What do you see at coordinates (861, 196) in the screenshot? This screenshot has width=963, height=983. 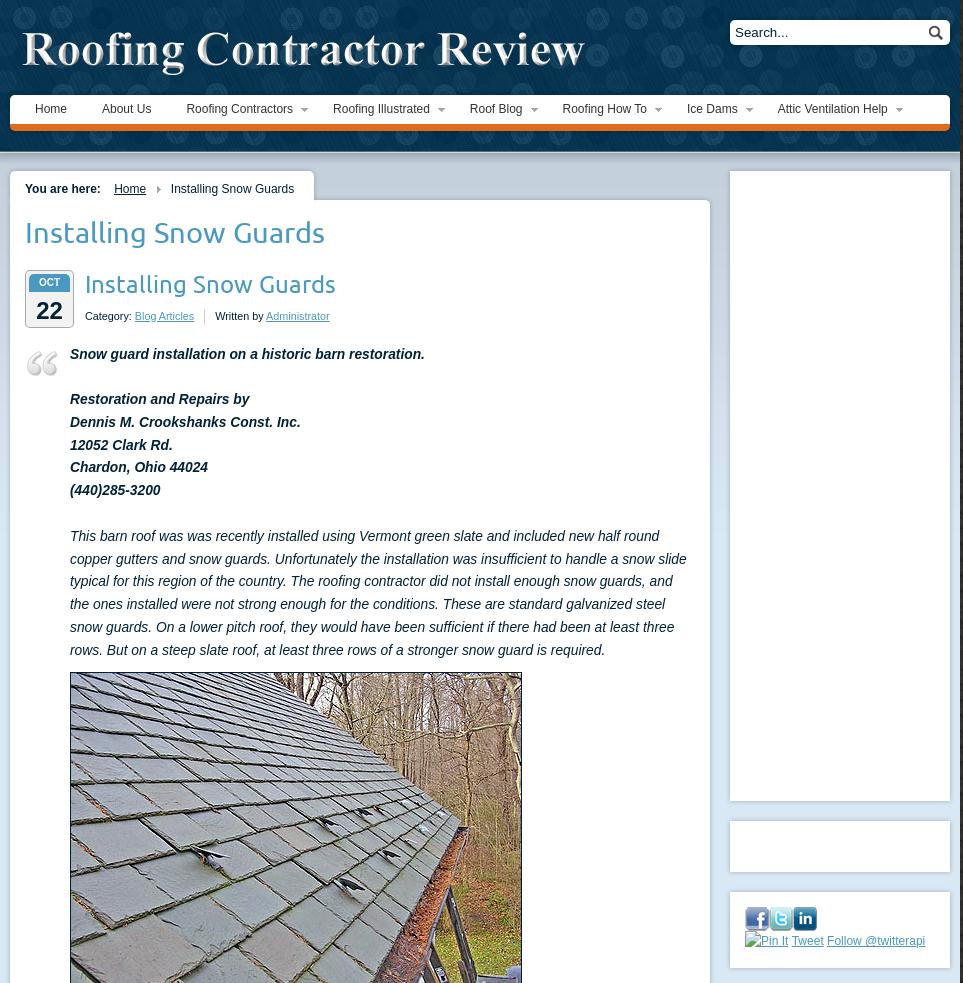 I see `'Soffit Vents and Attic Ventilation'` at bounding box center [861, 196].